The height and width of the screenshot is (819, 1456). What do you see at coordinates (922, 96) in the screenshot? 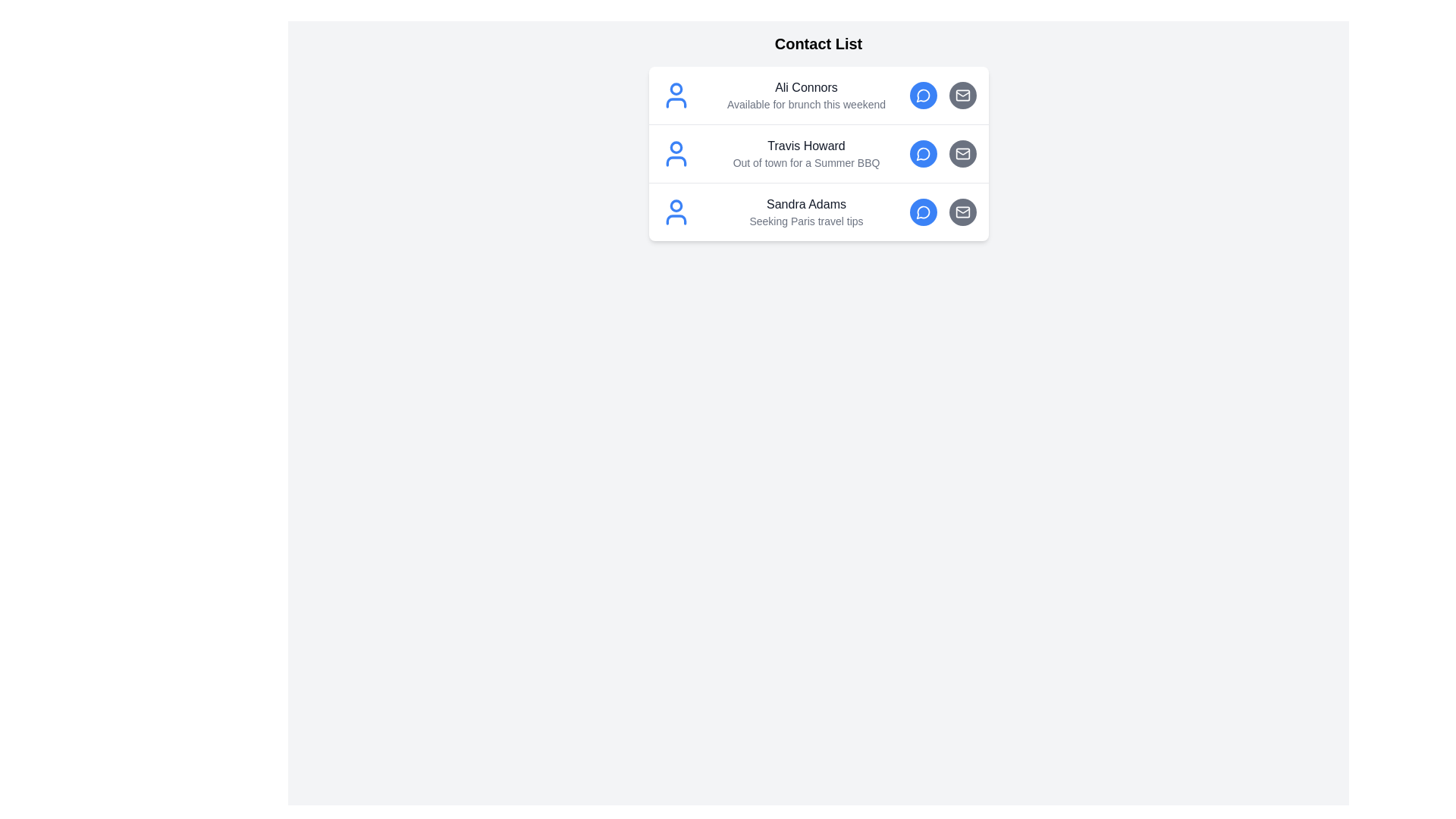
I see `the circular icon button featuring a speech bubble design with a blue outline and white background, located to the right of 'Ali Connors' in the contact list` at bounding box center [922, 96].